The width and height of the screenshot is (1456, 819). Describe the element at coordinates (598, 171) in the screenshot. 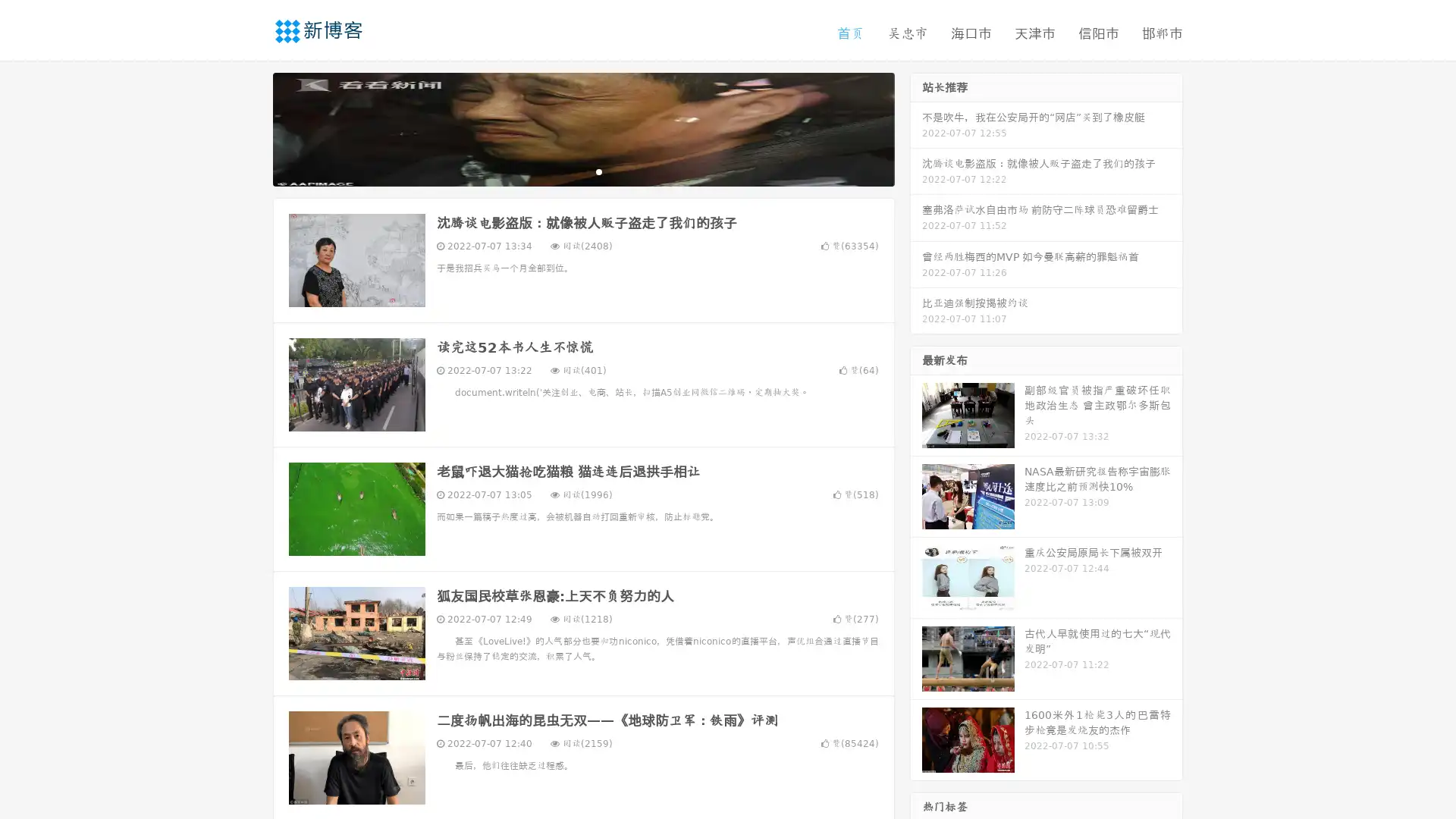

I see `Go to slide 3` at that location.